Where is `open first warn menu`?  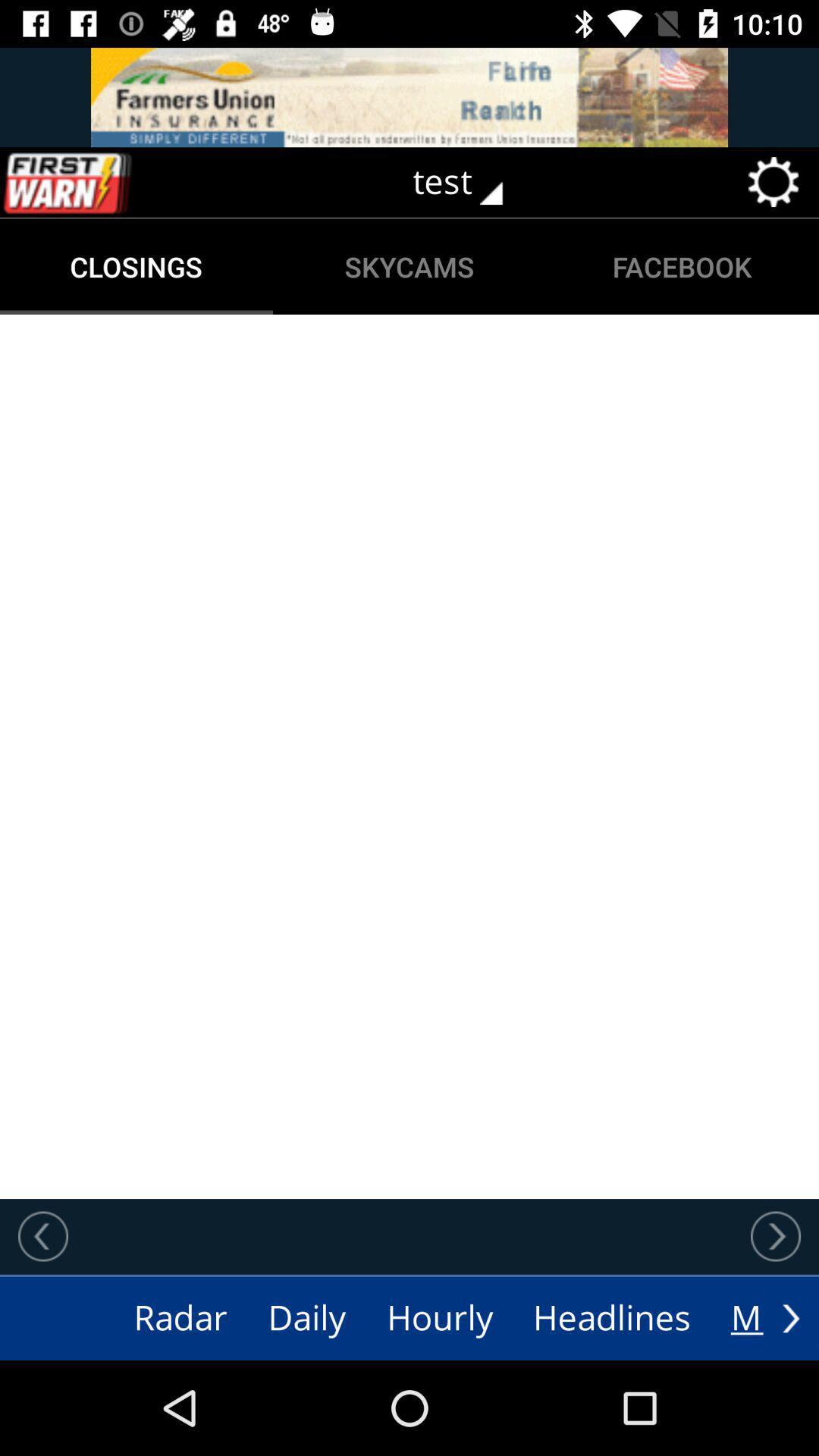
open first warn menu is located at coordinates (99, 182).